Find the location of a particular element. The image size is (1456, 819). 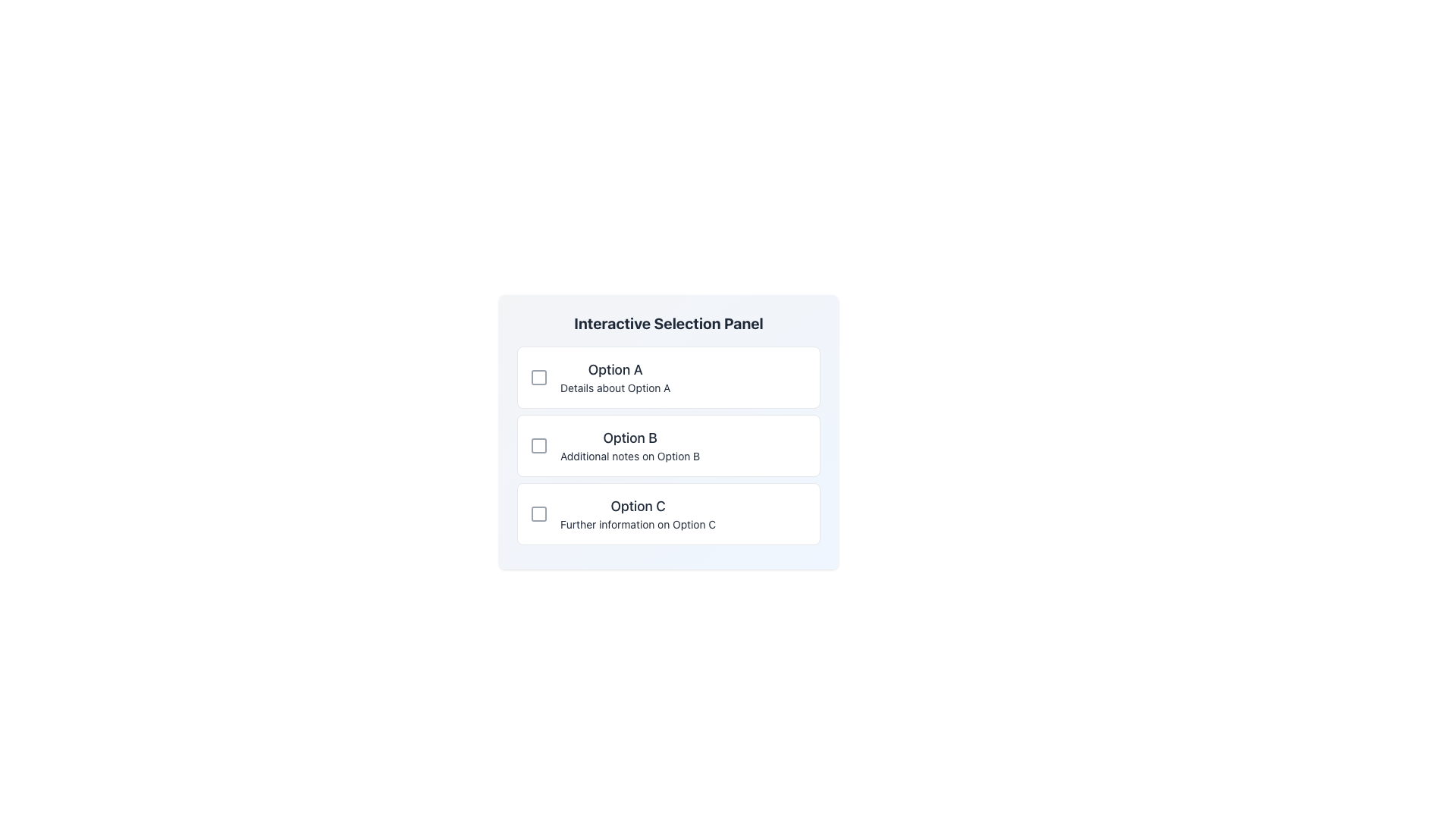

the Text Group that provides context for 'Option B', located between 'Option A' and 'Option C' in the vertical list of selectable options is located at coordinates (630, 444).